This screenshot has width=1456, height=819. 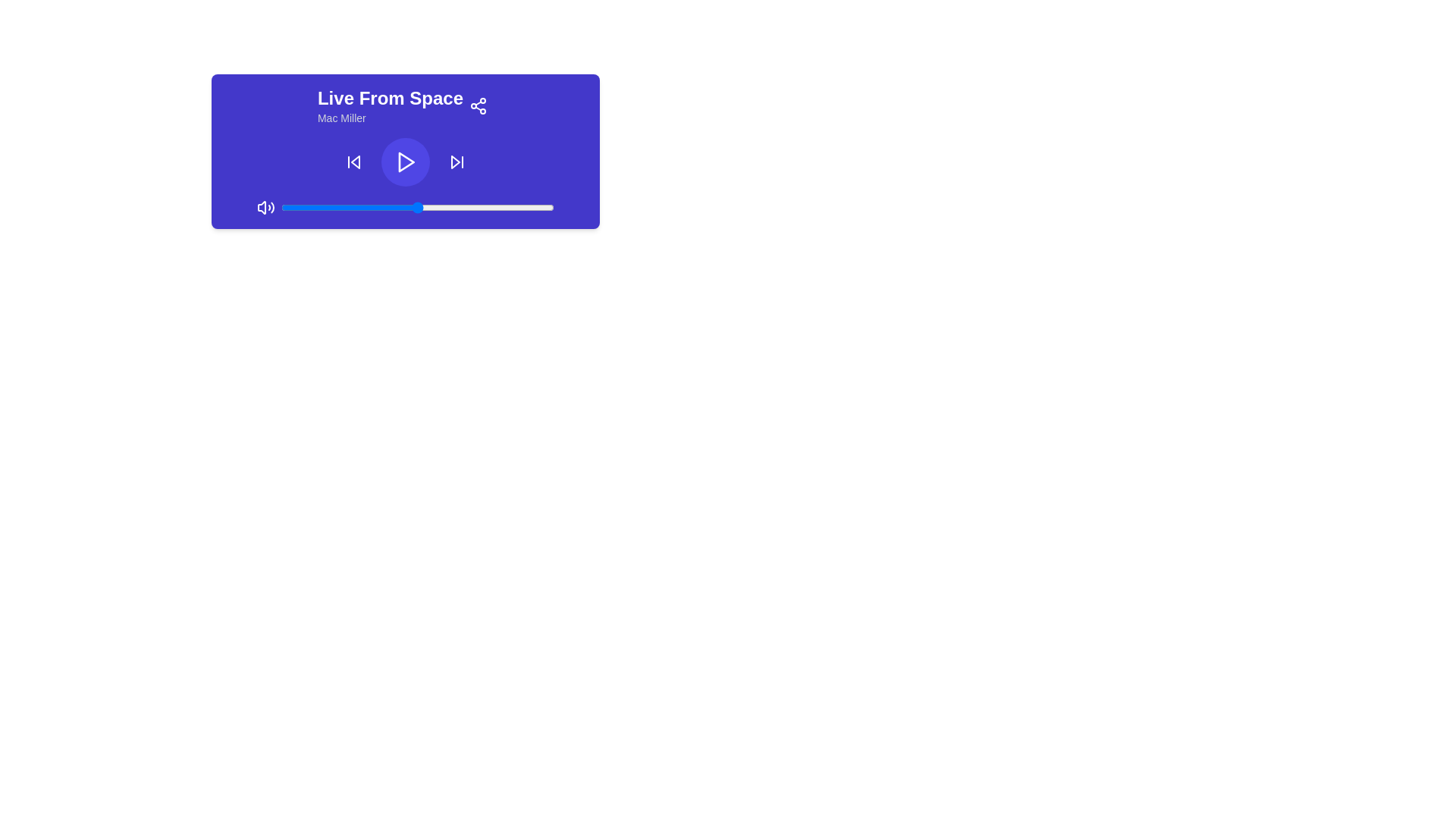 I want to click on the 'Next' button, which is the rightmost icon in the playback controls of the player interface, so click(x=457, y=162).